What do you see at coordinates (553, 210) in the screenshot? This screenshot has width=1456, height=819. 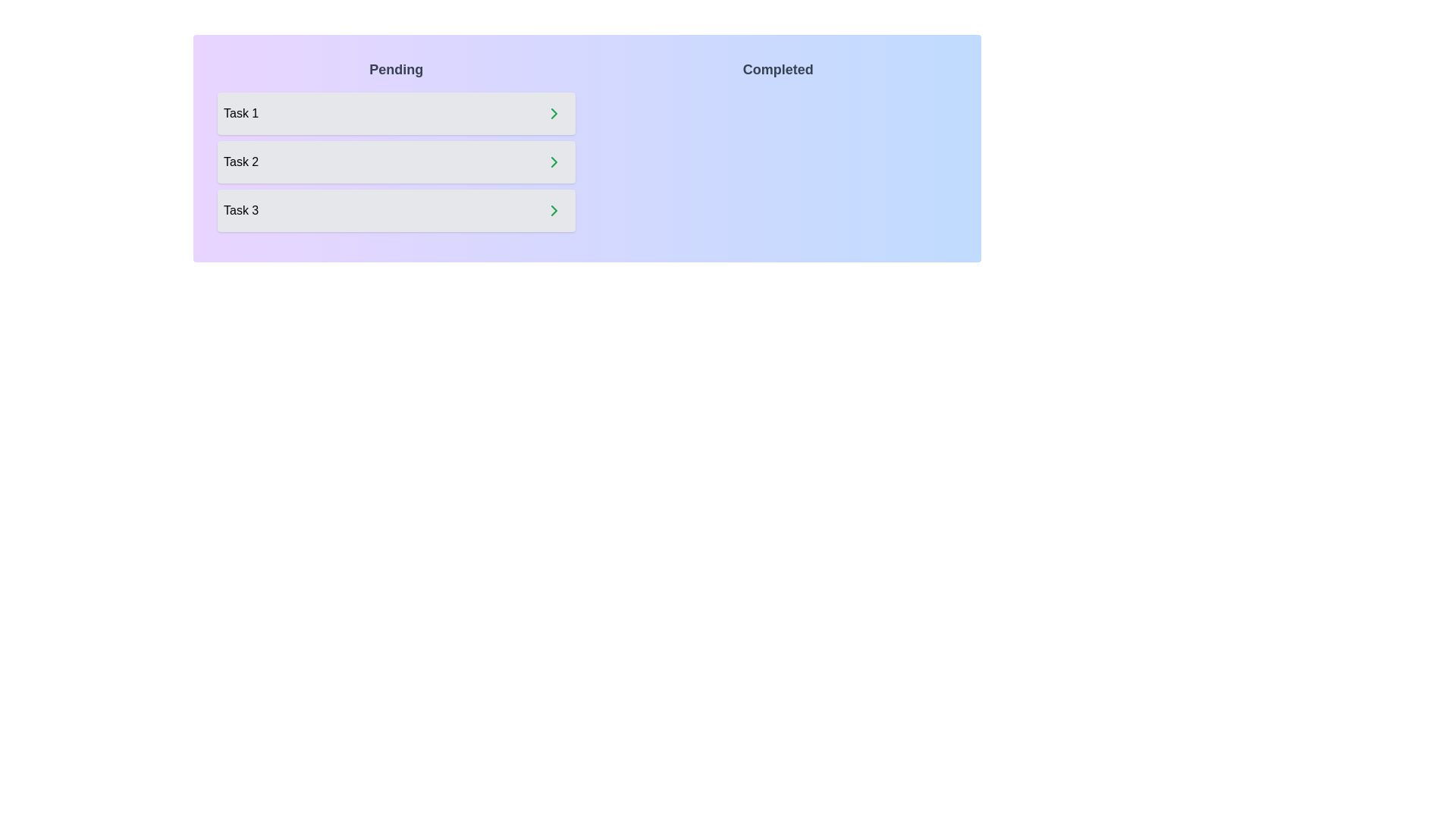 I see `right arrow button next to the task 'Task 3' in the 'Pending' list to move it to the 'Completed' list` at bounding box center [553, 210].